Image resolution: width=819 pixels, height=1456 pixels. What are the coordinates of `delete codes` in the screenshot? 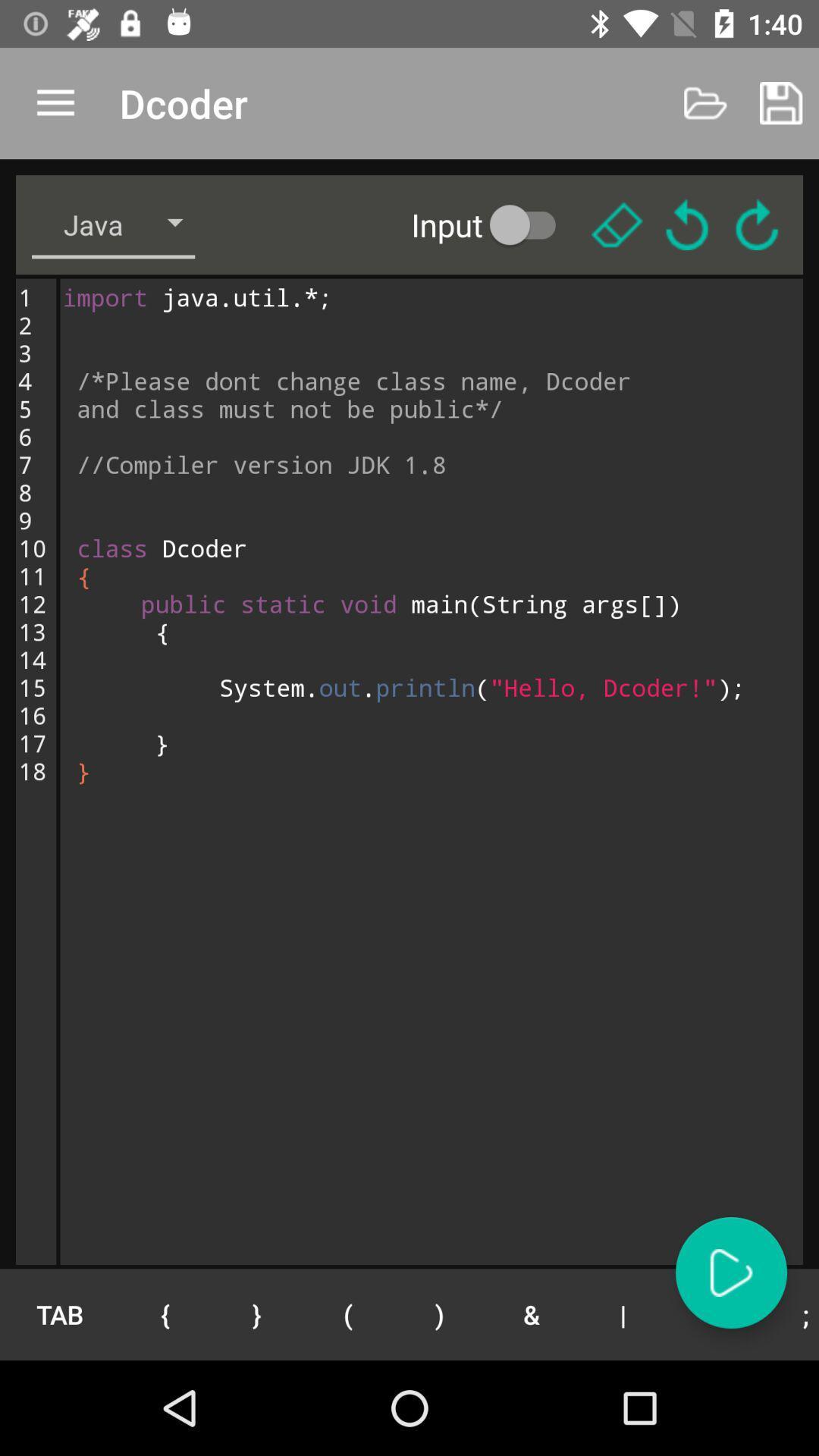 It's located at (617, 224).